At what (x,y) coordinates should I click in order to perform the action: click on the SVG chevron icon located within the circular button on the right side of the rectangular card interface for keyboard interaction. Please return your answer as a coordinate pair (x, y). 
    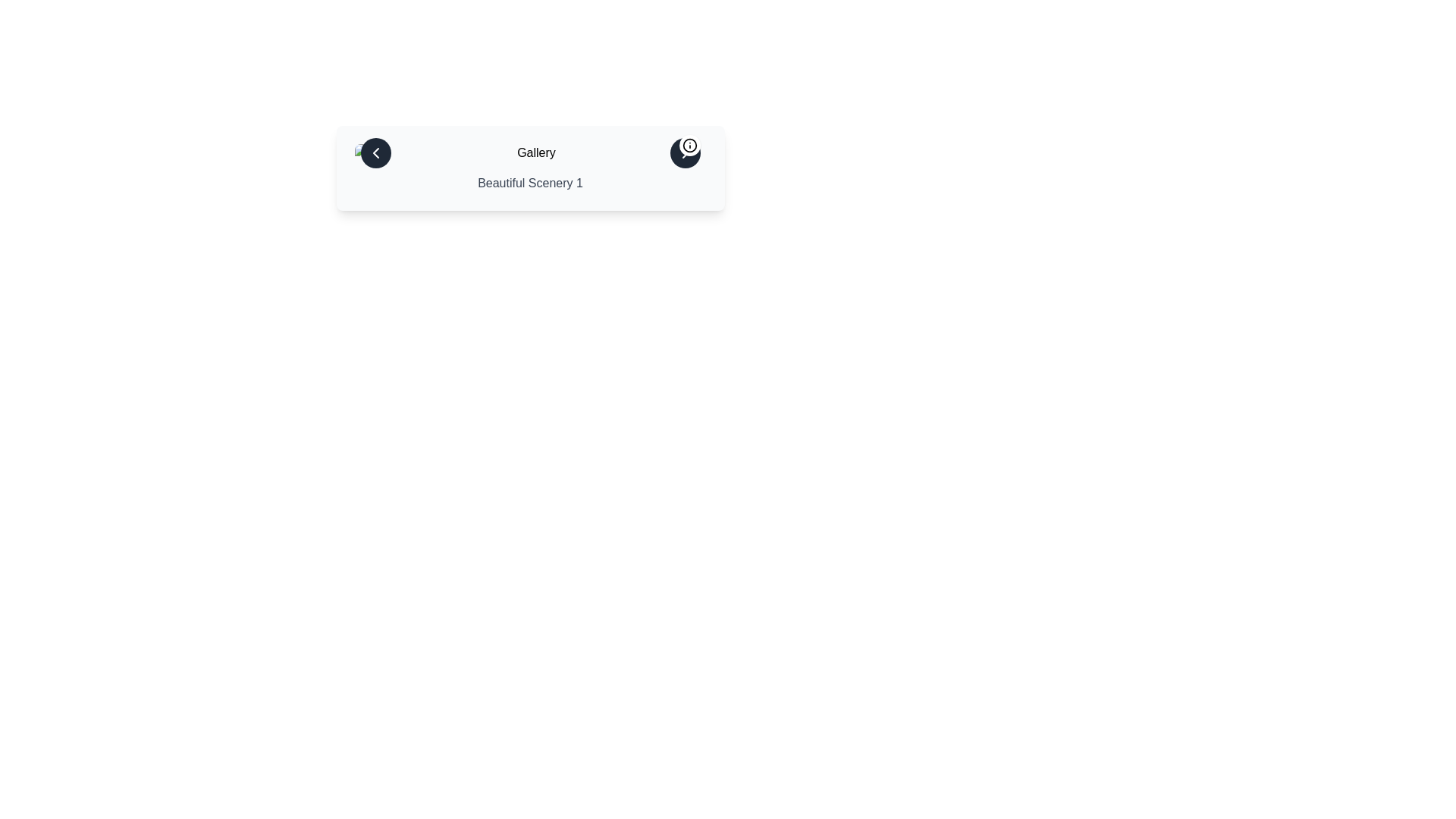
    Looking at the image, I should click on (684, 152).